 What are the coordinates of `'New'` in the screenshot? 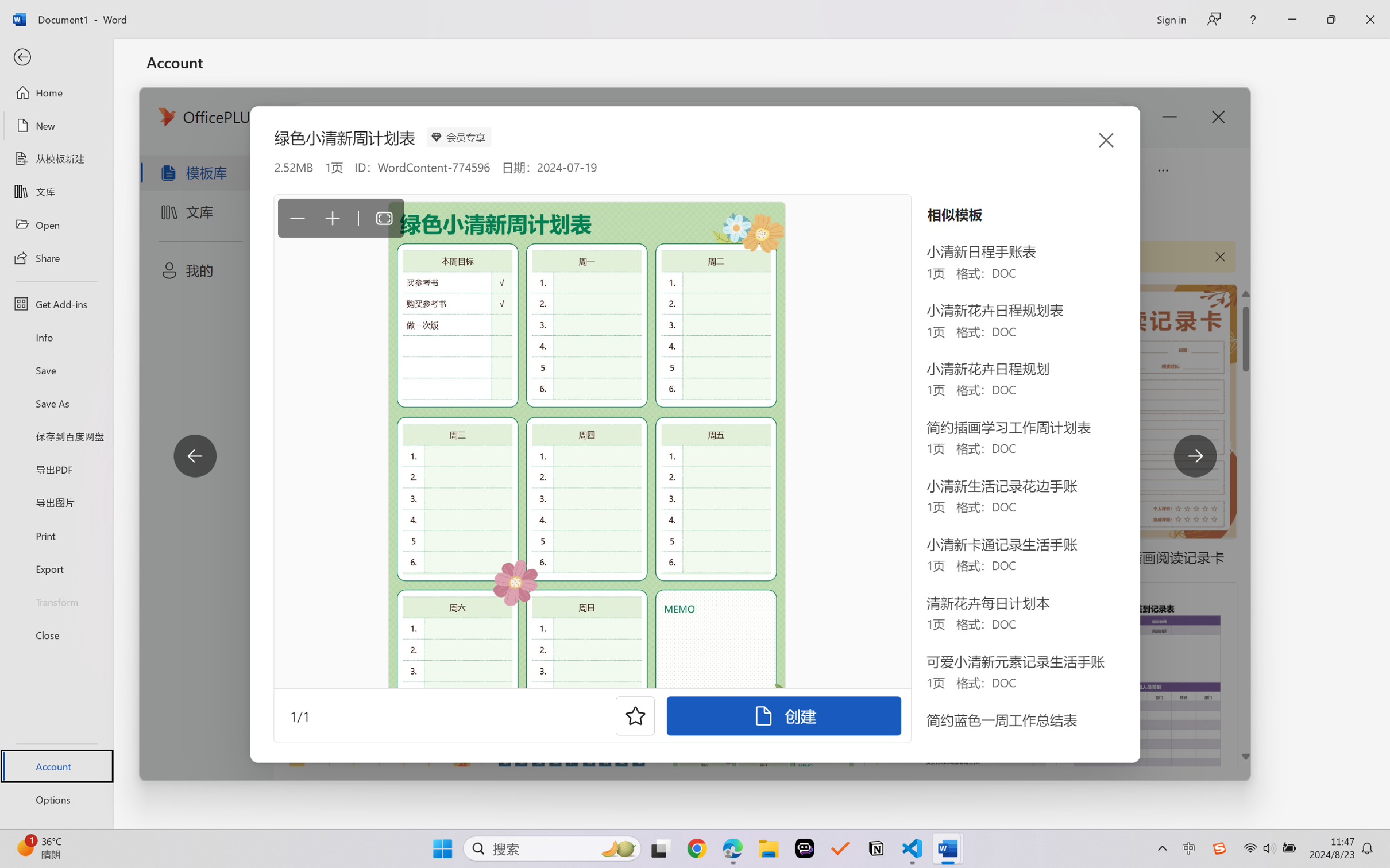 It's located at (56, 125).